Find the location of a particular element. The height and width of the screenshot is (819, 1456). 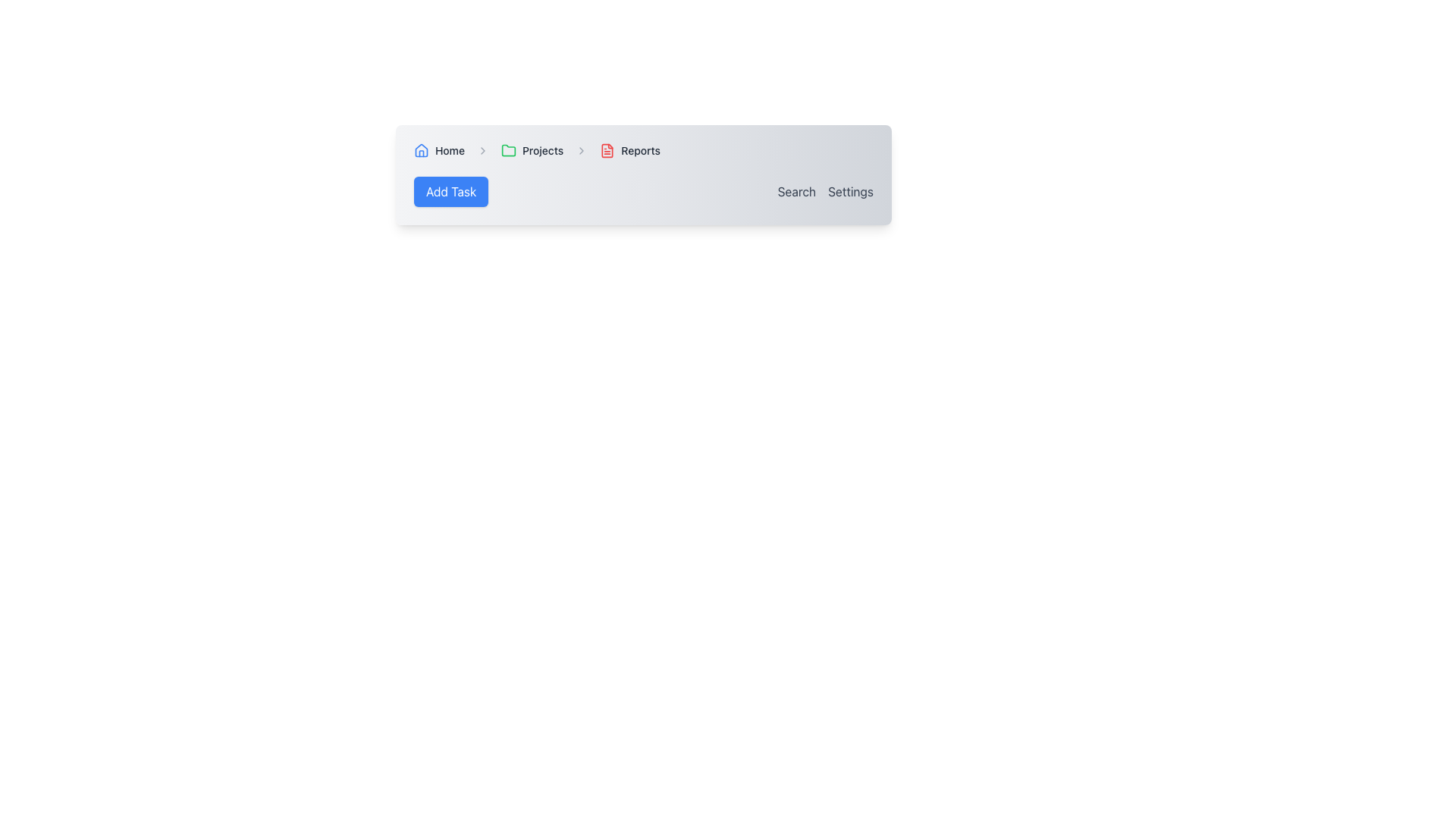

the 'Home' breadcrumb item, which is the first item in the breadcrumb navigation row is located at coordinates (438, 151).